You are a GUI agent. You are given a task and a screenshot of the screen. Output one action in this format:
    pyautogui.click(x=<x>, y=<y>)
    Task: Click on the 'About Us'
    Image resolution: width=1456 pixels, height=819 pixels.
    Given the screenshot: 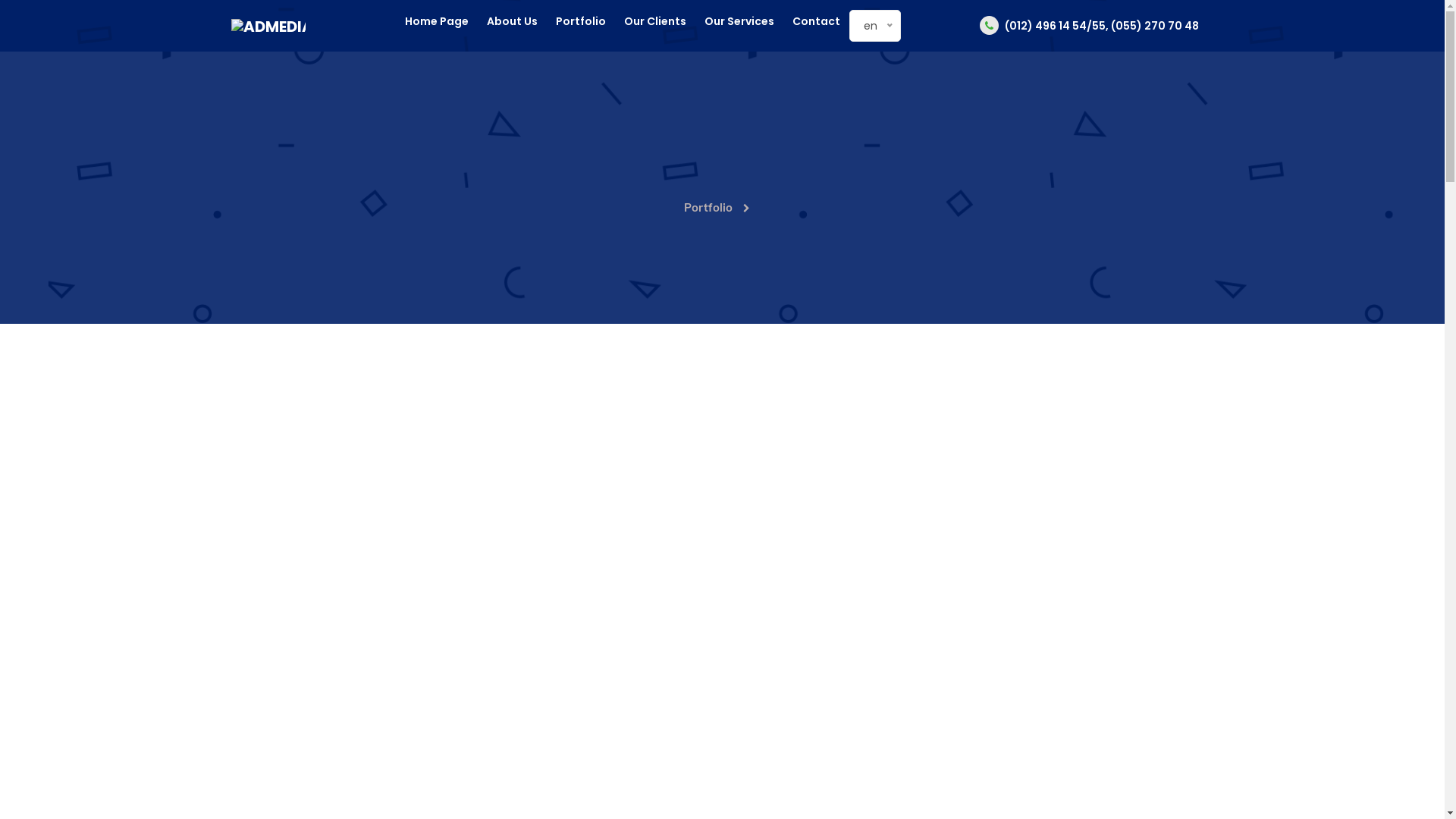 What is the action you would take?
    pyautogui.click(x=487, y=21)
    